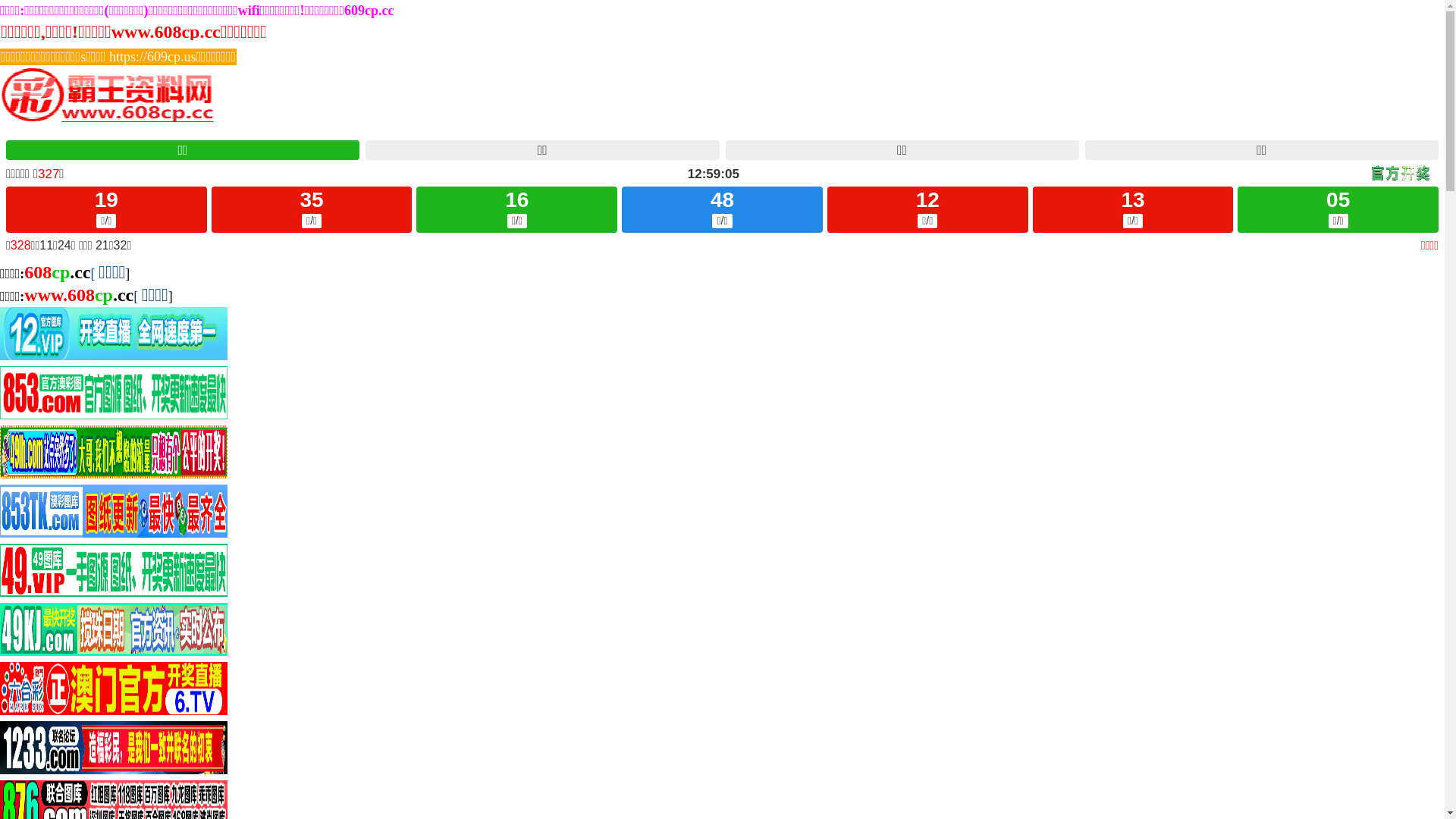  What do you see at coordinates (80, 296) in the screenshot?
I see `'www.608cp.cc['` at bounding box center [80, 296].